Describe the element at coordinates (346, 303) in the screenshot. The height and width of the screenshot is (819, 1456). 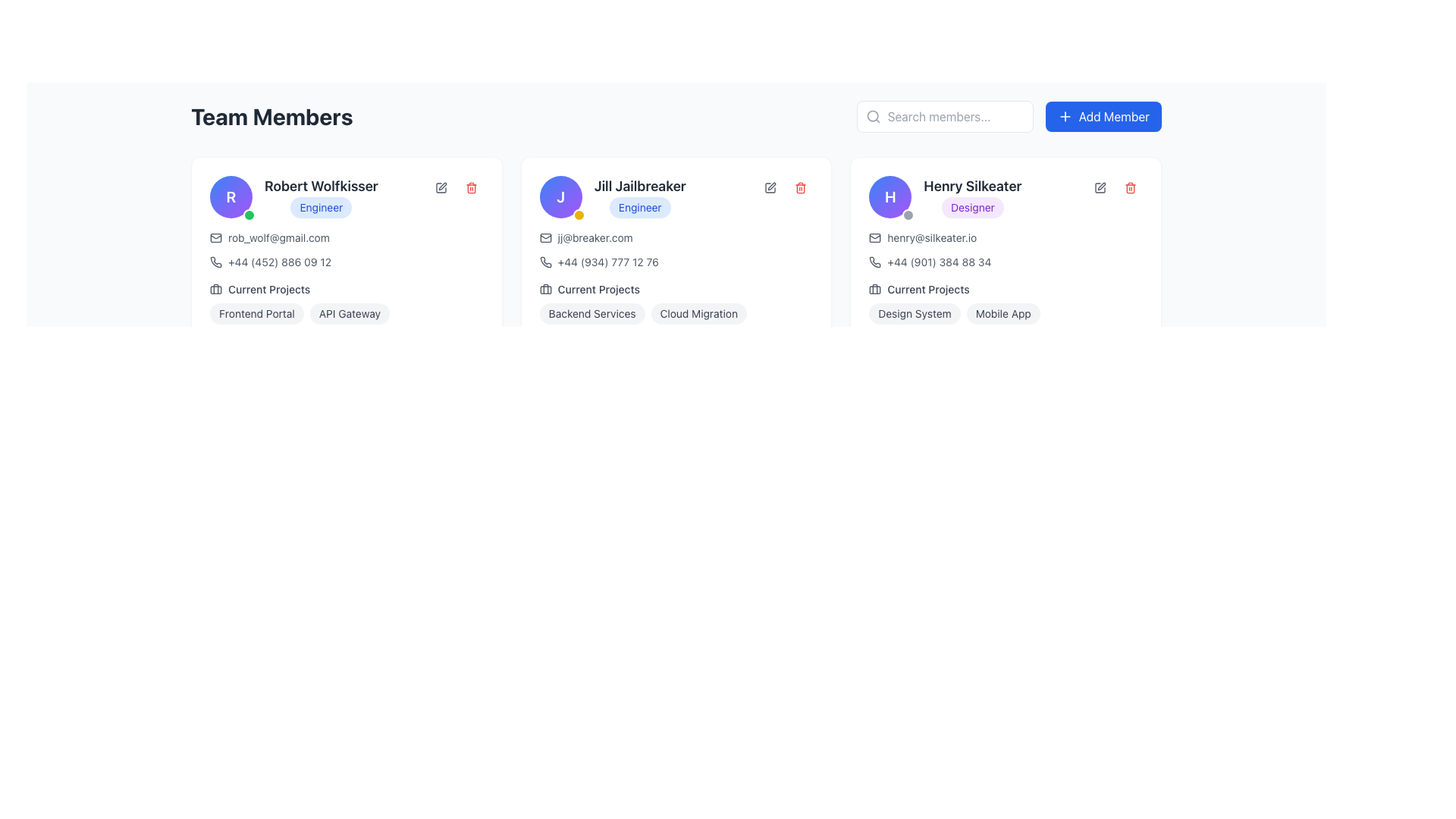
I see `the 'API Gateway' badge located within the List component under 'Current Projects' for Robert Wolfkisser` at that location.